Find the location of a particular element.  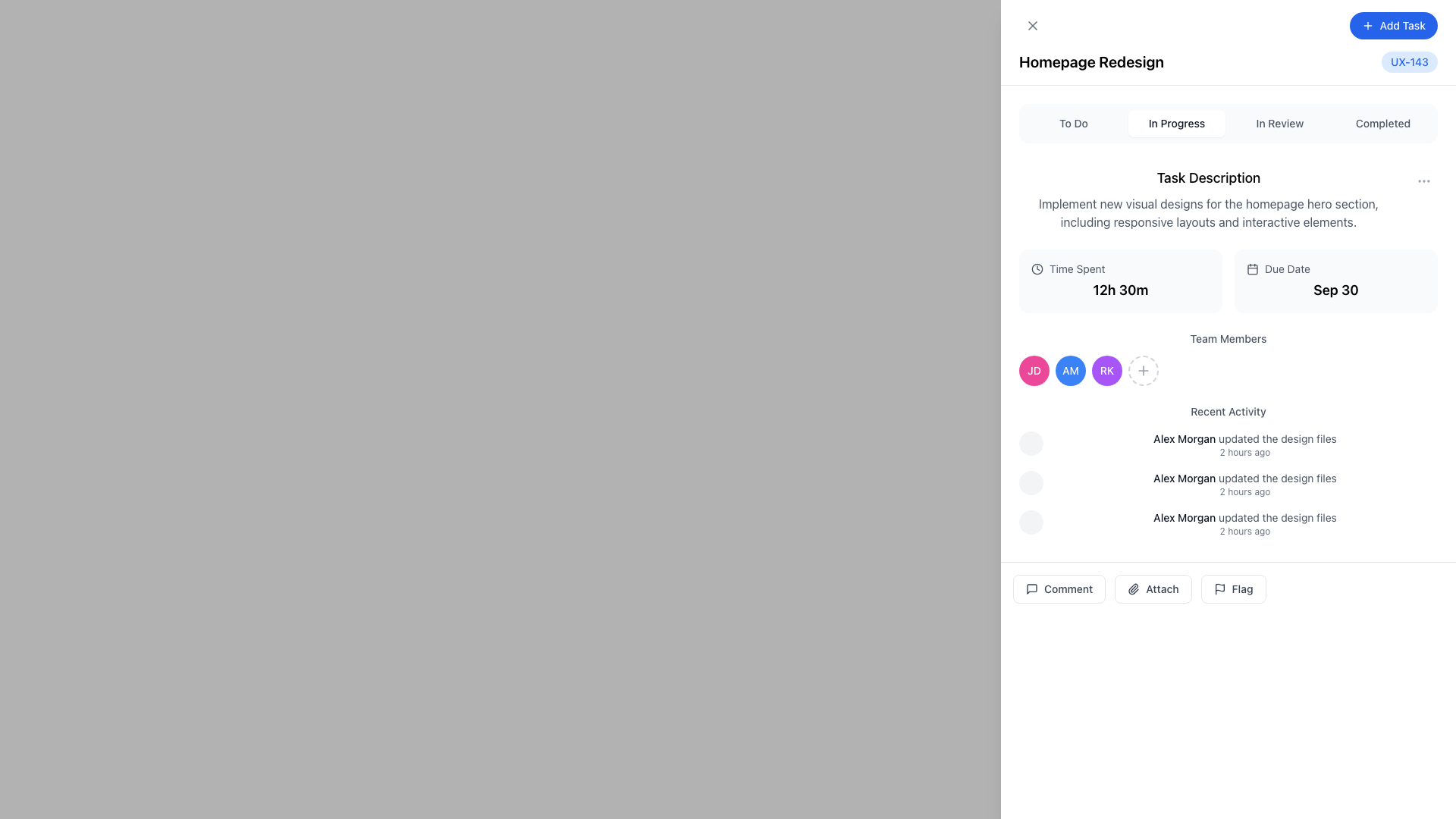

the paperclip icon within the 'Attach' button to initiate the attach action is located at coordinates (1134, 588).